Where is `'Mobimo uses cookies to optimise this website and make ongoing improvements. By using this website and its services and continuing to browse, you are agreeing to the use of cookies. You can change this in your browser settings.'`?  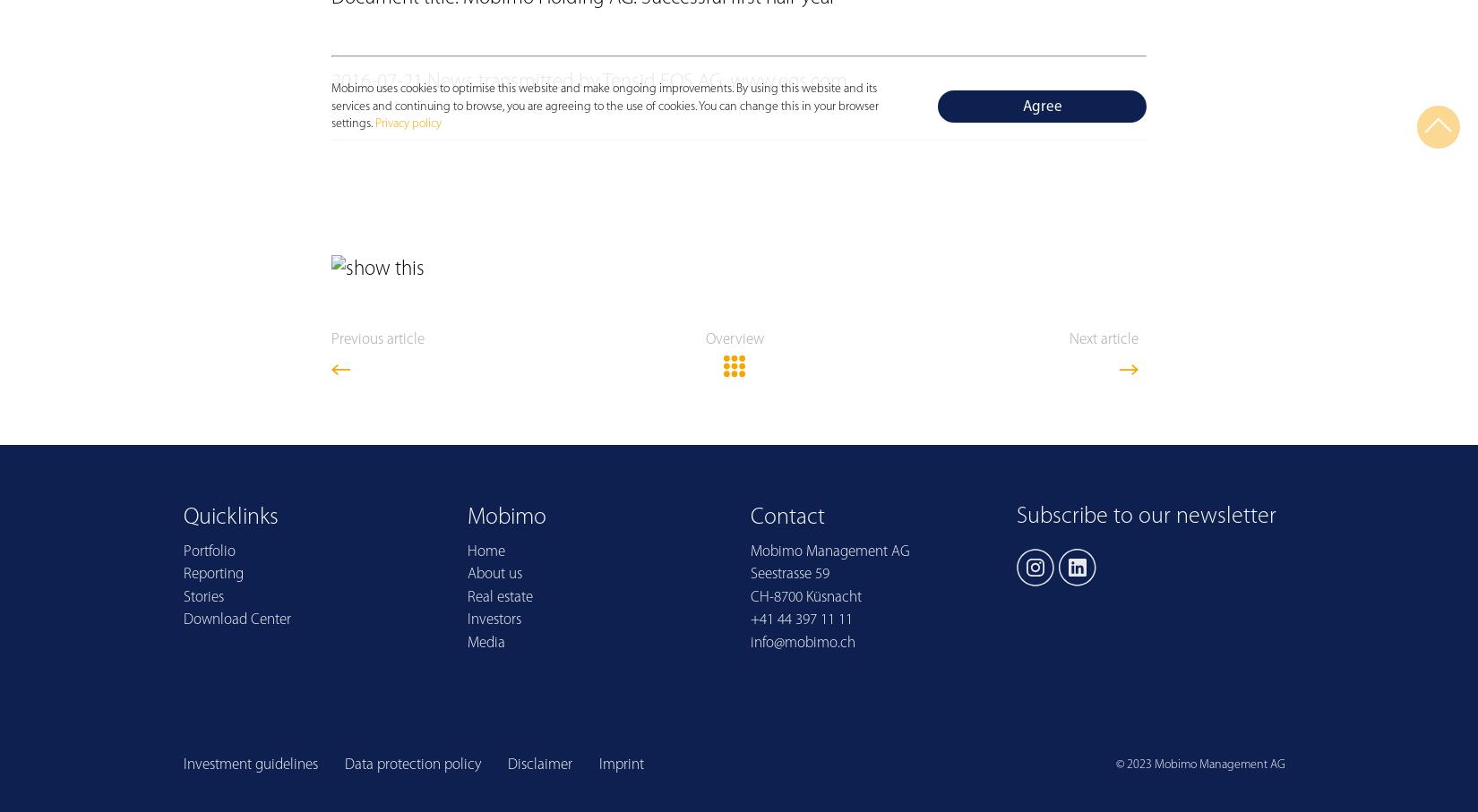 'Mobimo uses cookies to optimise this website and make ongoing improvements. By using this website and its services and continuing to browse, you are agreeing to the use of cookies. You can change this in your browser settings.' is located at coordinates (331, 105).